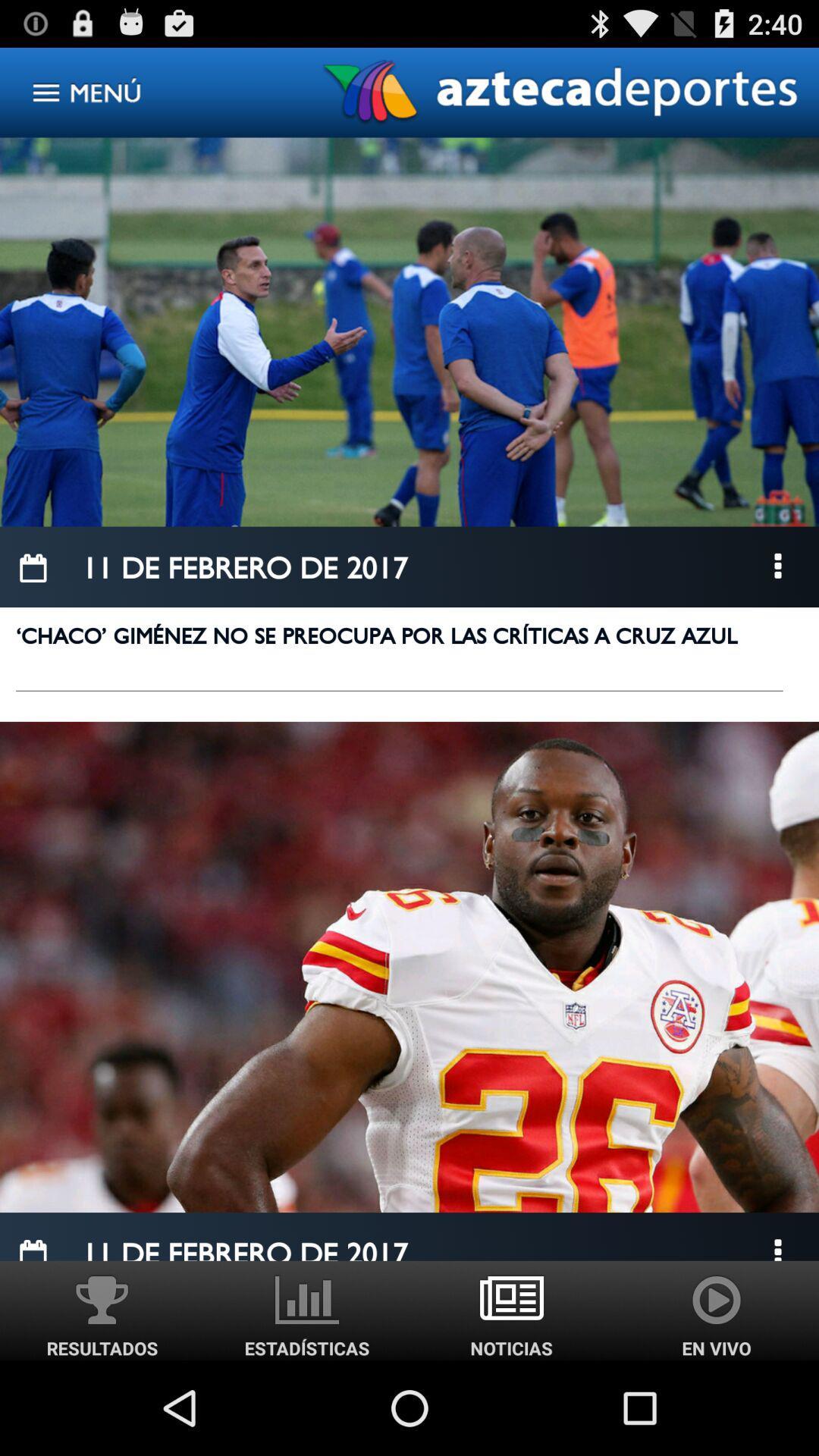  Describe the element at coordinates (778, 566) in the screenshot. I see `options` at that location.